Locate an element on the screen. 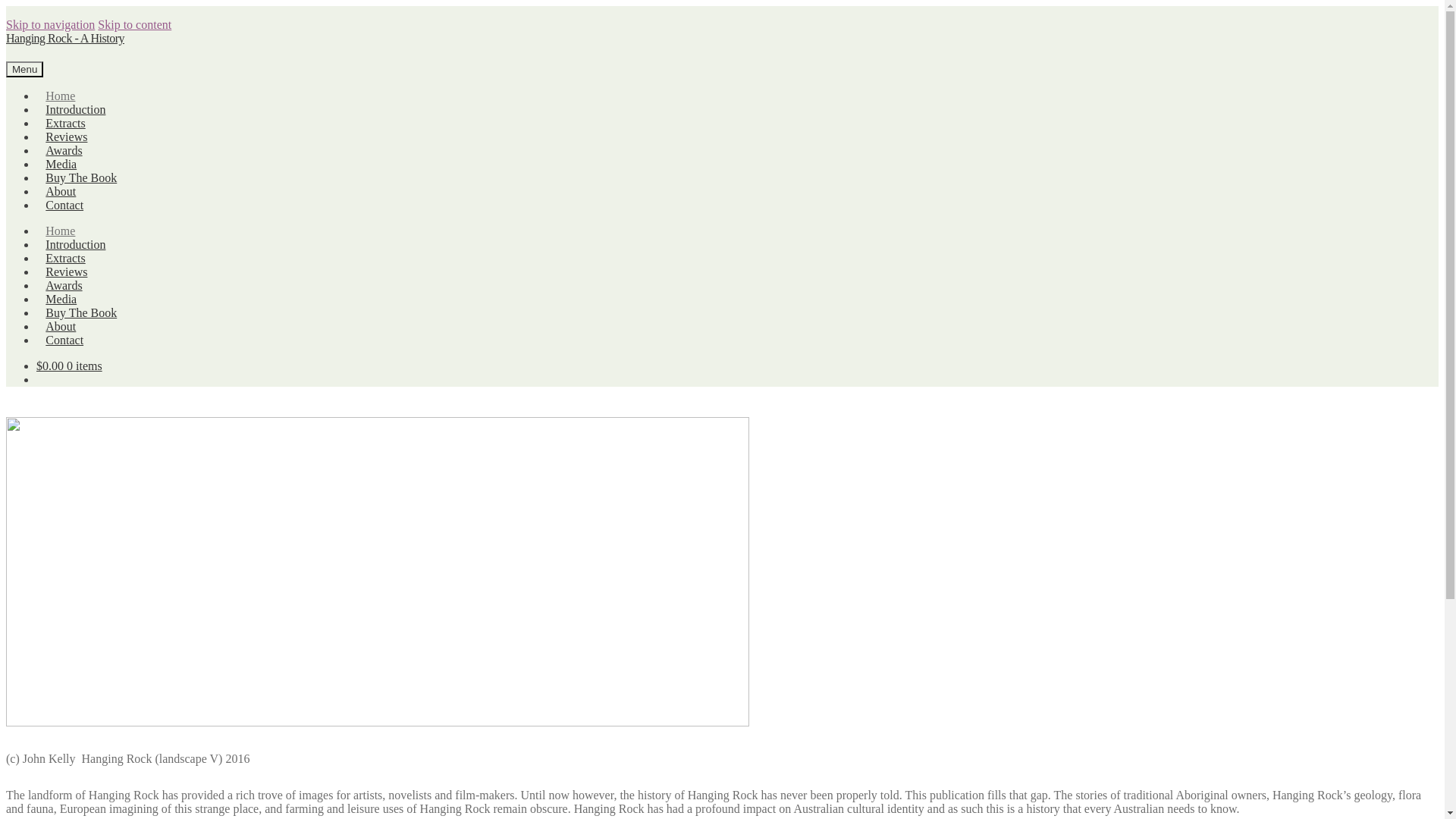 The image size is (1456, 819). 'Skip to content' is located at coordinates (134, 24).